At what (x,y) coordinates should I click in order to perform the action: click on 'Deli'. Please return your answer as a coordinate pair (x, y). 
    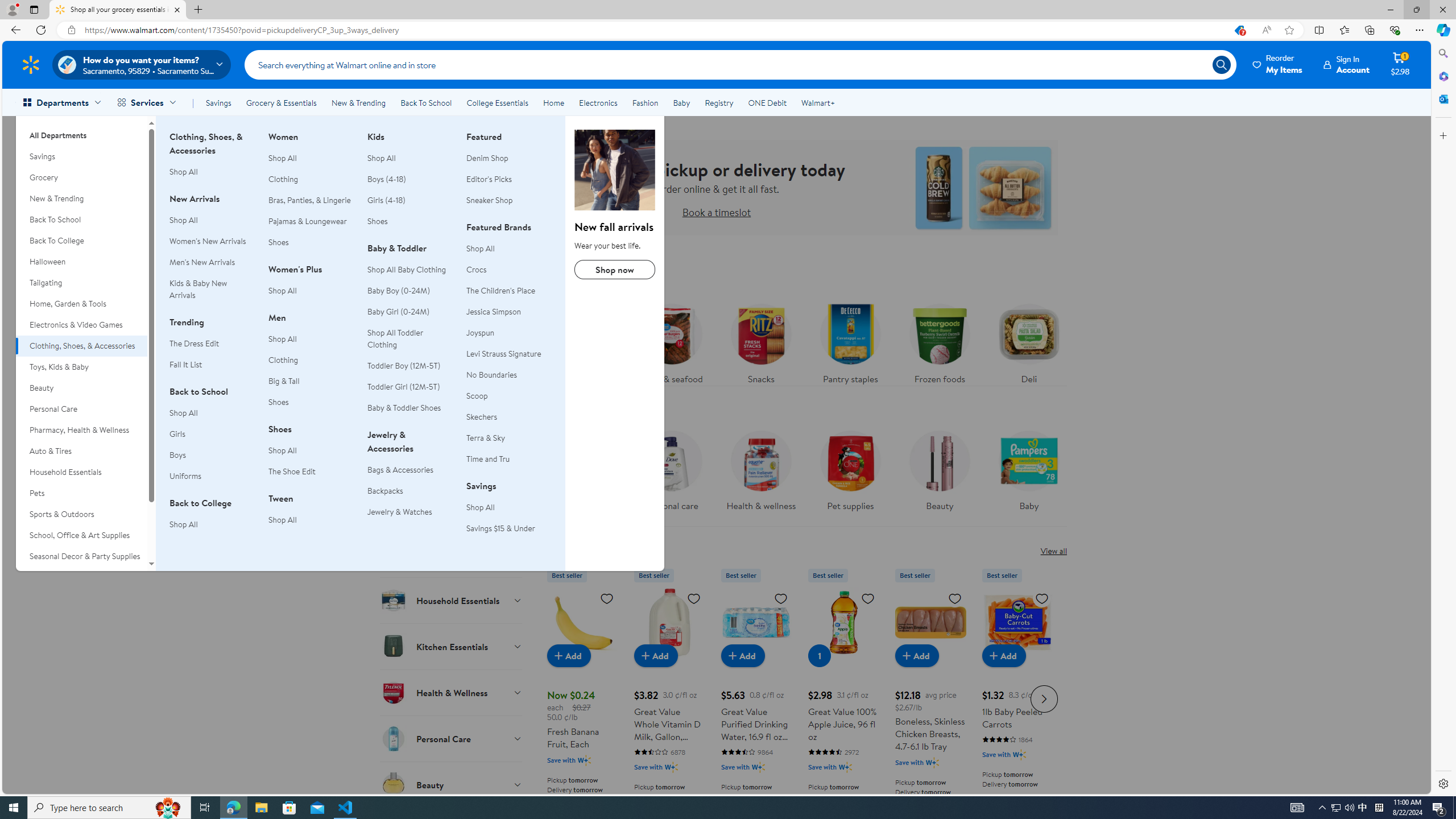
    Looking at the image, I should click on (1029, 340).